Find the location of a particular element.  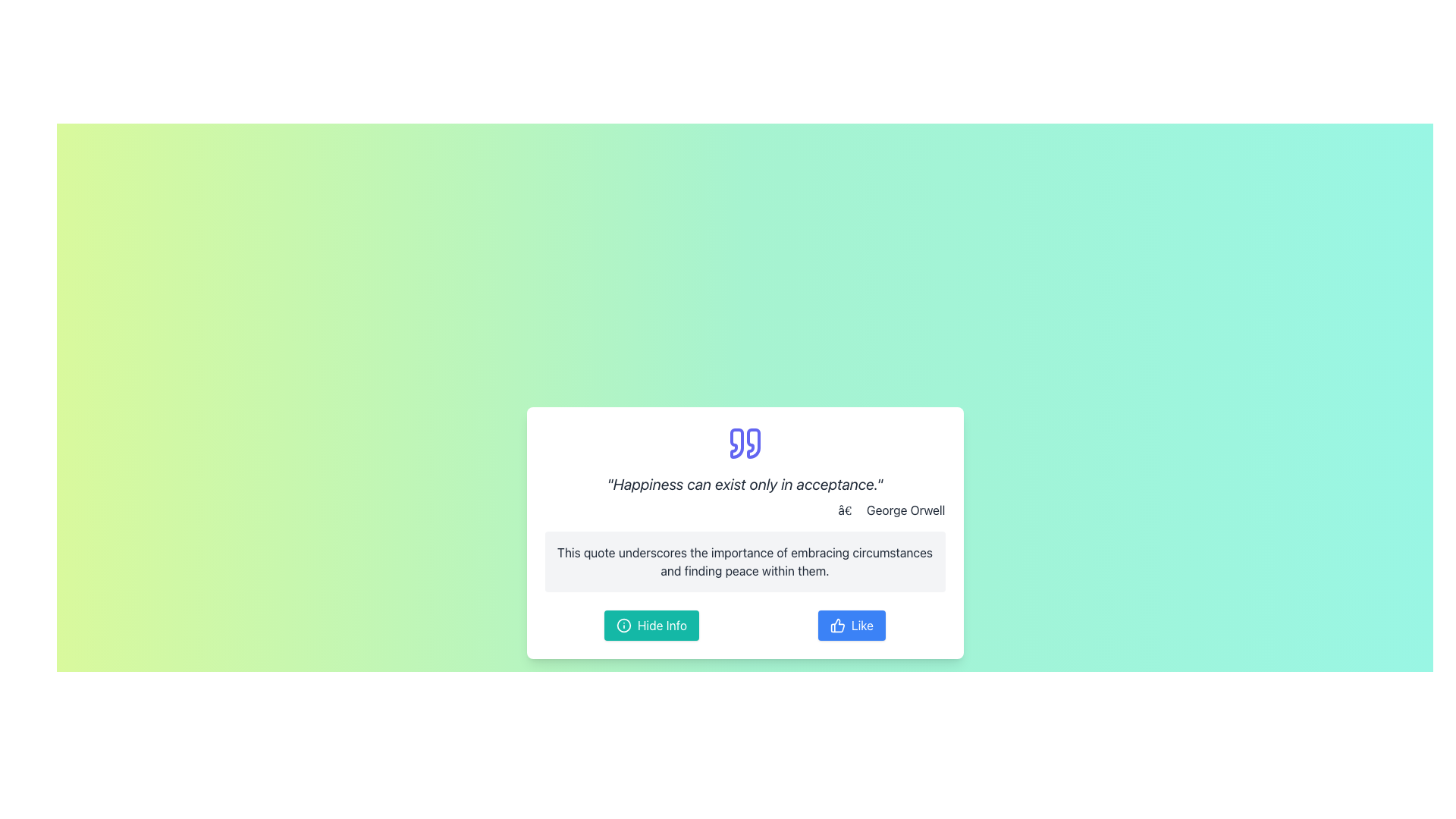

quote displayed in the italicized text label that states 'Happiness can exist only in acceptance.' is located at coordinates (745, 485).